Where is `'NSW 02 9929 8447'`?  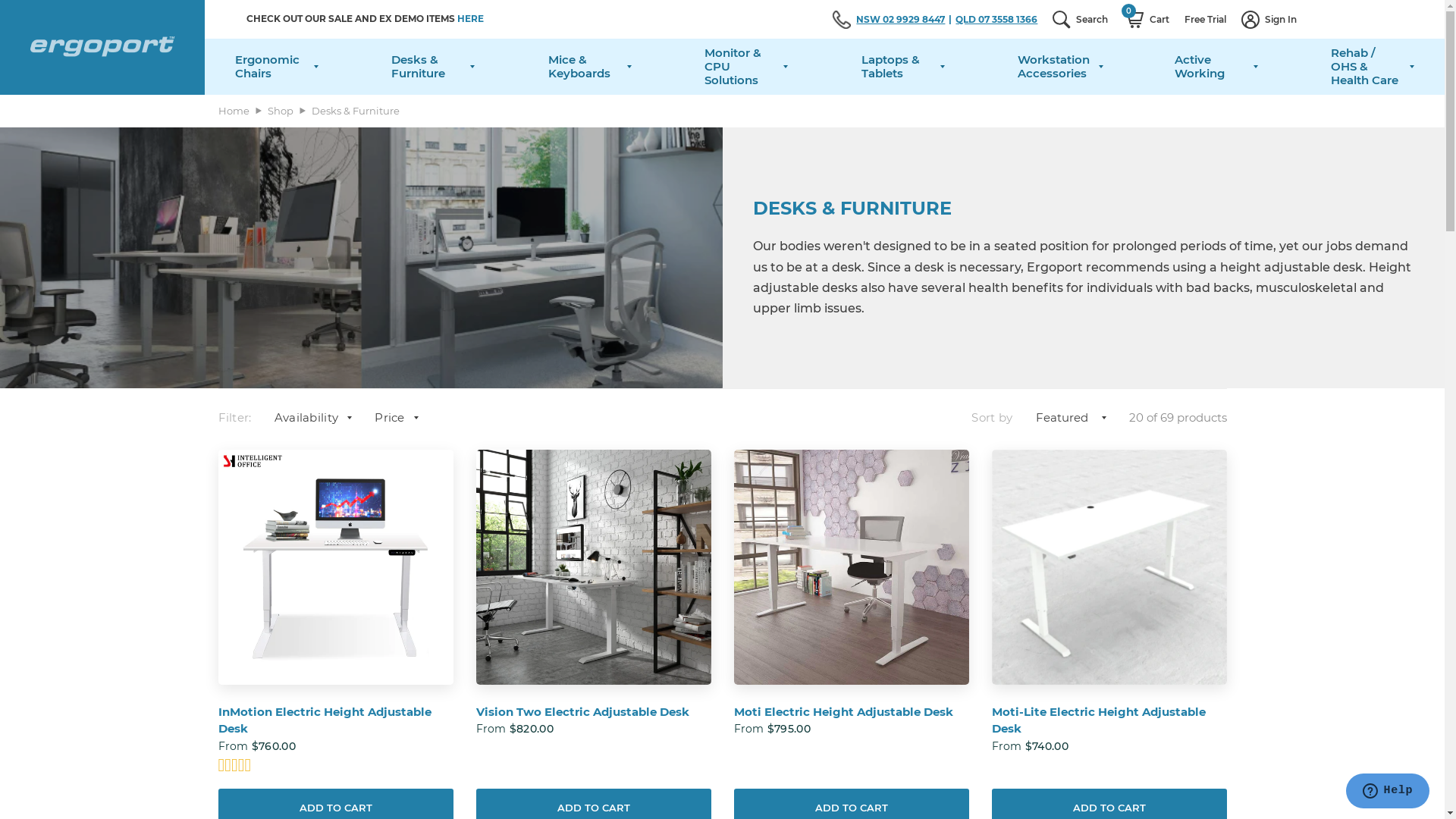
'NSW 02 9929 8447' is located at coordinates (905, 19).